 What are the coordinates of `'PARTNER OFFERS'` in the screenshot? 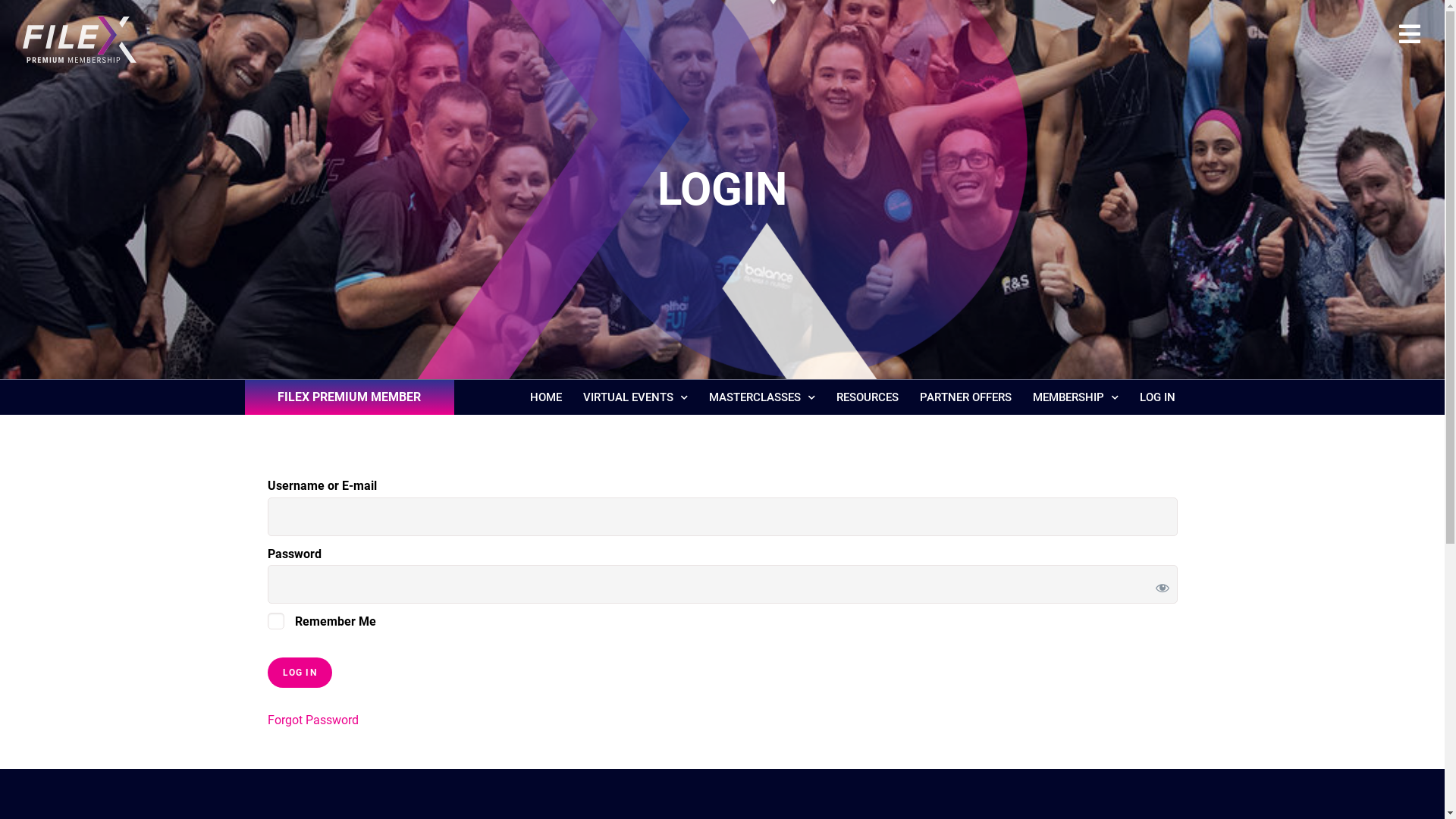 It's located at (965, 397).